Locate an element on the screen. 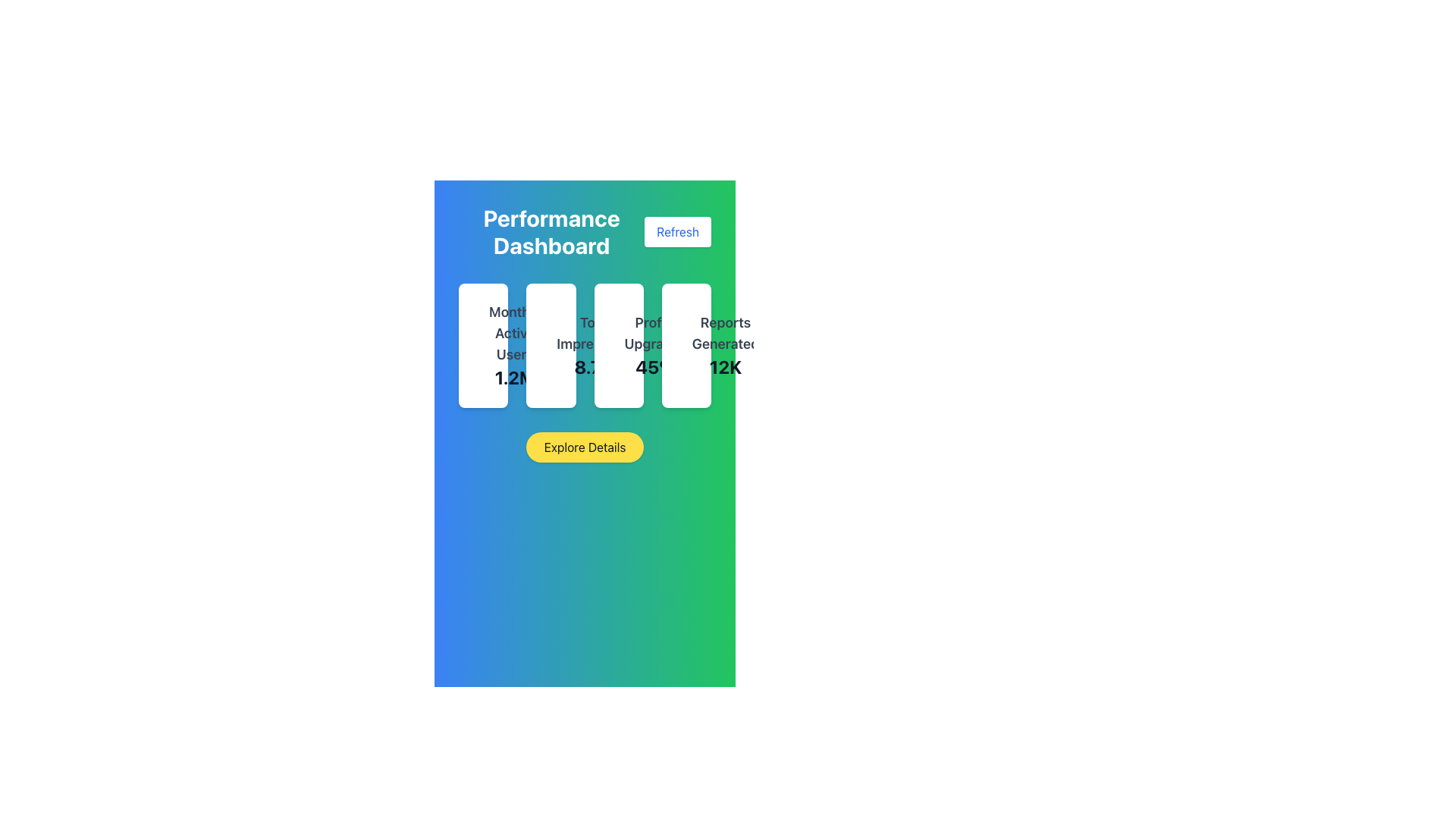 Image resolution: width=1456 pixels, height=819 pixels. the information displayed on the second card labeled 'Total Impressions' in the 'Performance Dashboard' layout is located at coordinates (550, 345).